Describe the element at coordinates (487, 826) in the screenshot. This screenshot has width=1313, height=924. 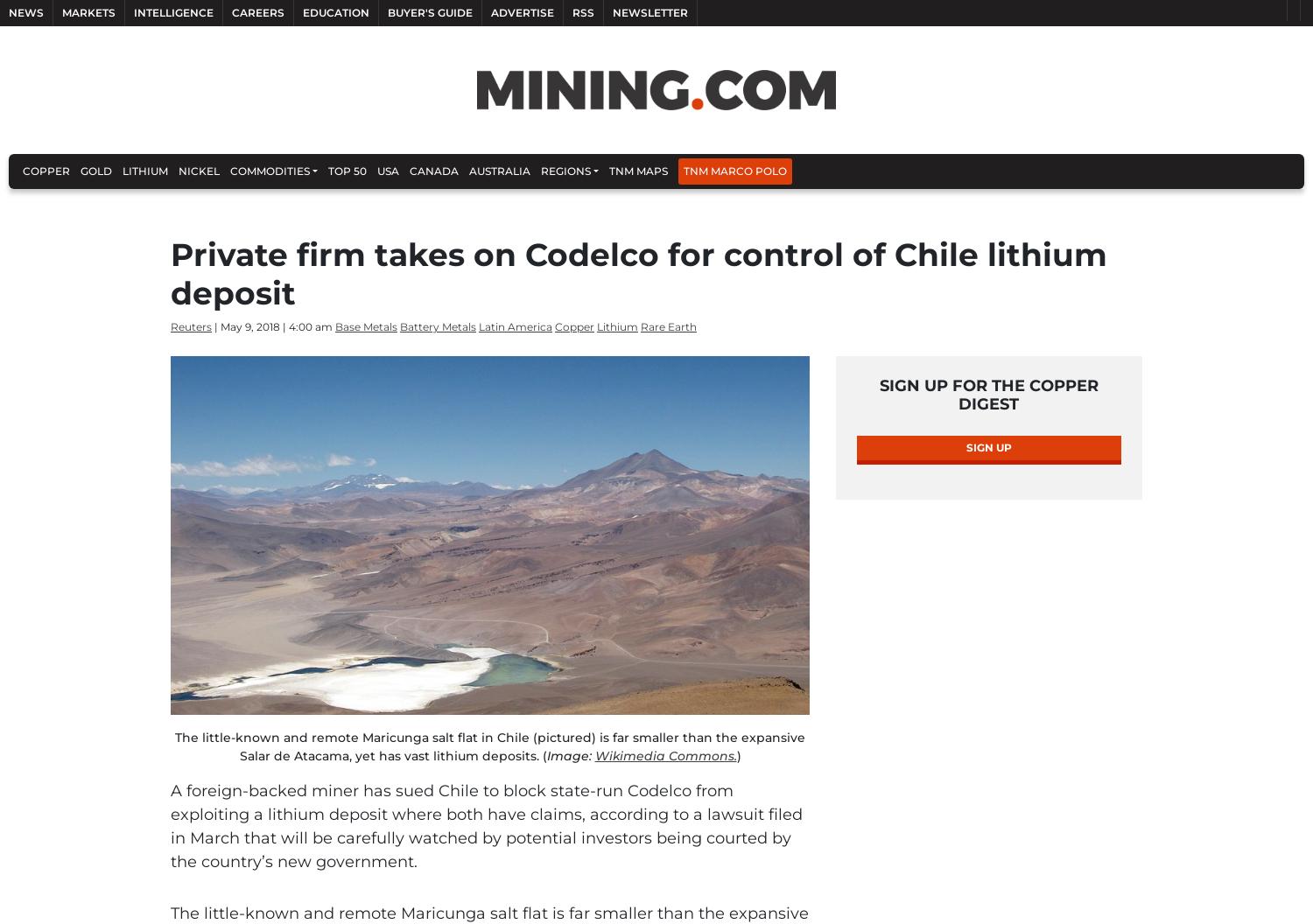
I see `'to block state-run Codelco from exploiting a lithium deposit where both have claims, according to a lawsuit filed in March that will be carefully watched by potential investors being courted by the country’s new government.'` at that location.